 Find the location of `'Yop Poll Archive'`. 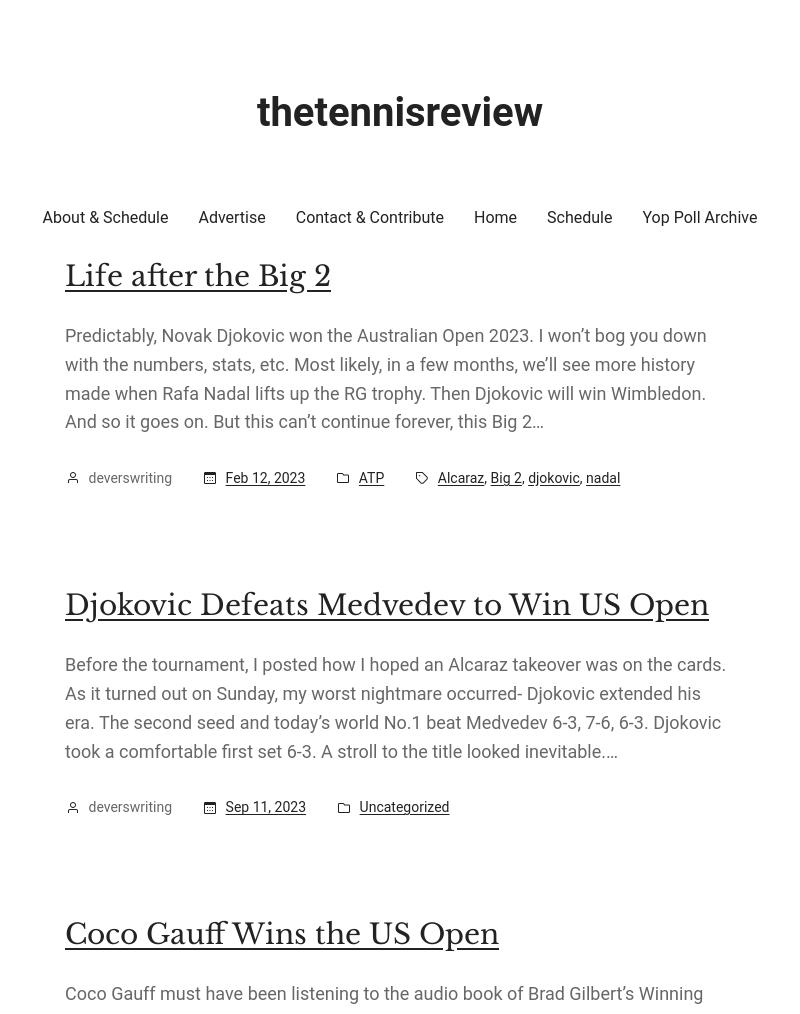

'Yop Poll Archive' is located at coordinates (699, 216).